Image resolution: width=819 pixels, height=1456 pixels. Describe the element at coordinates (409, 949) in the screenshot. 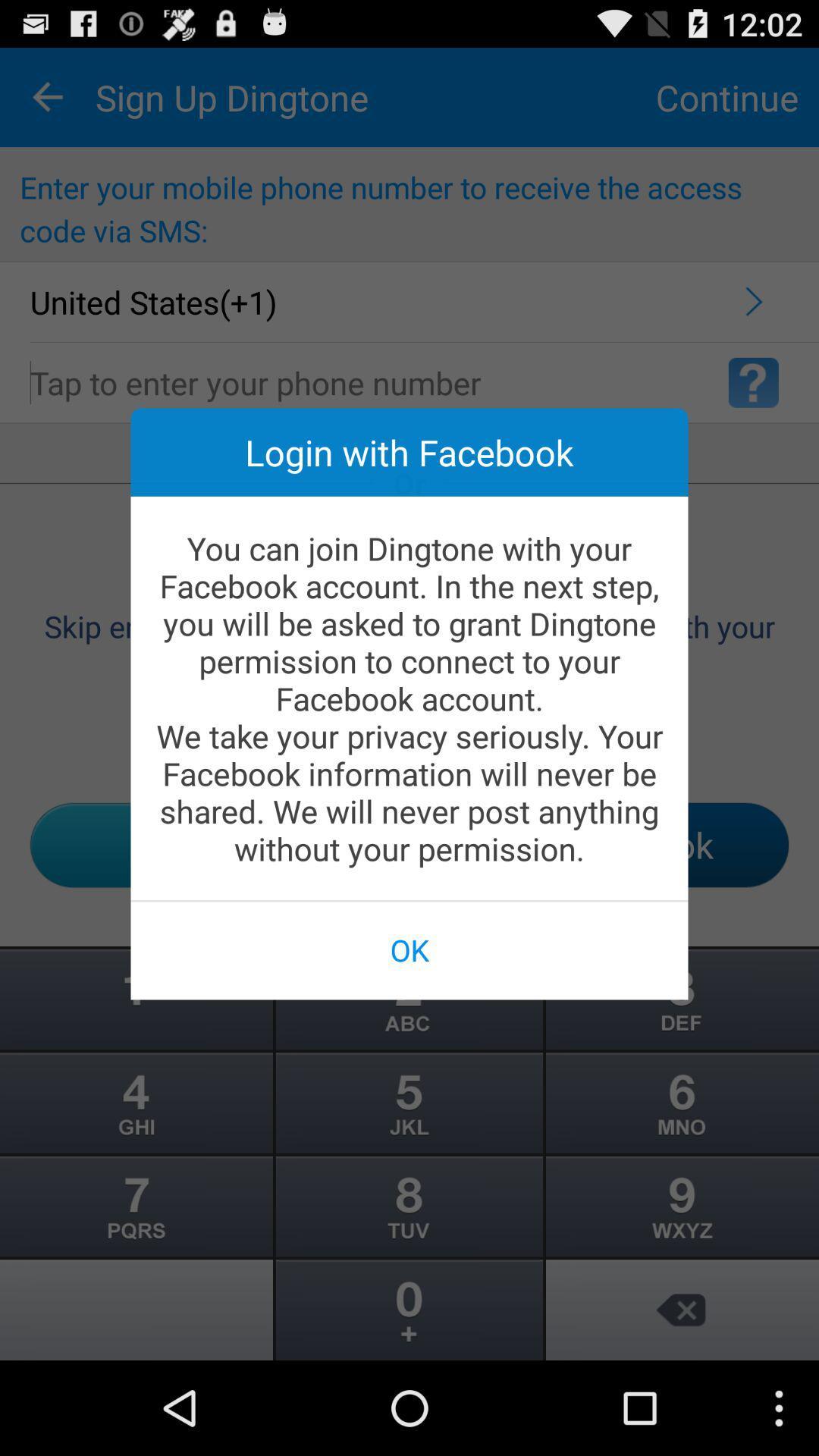

I see `the item below the you can join icon` at that location.